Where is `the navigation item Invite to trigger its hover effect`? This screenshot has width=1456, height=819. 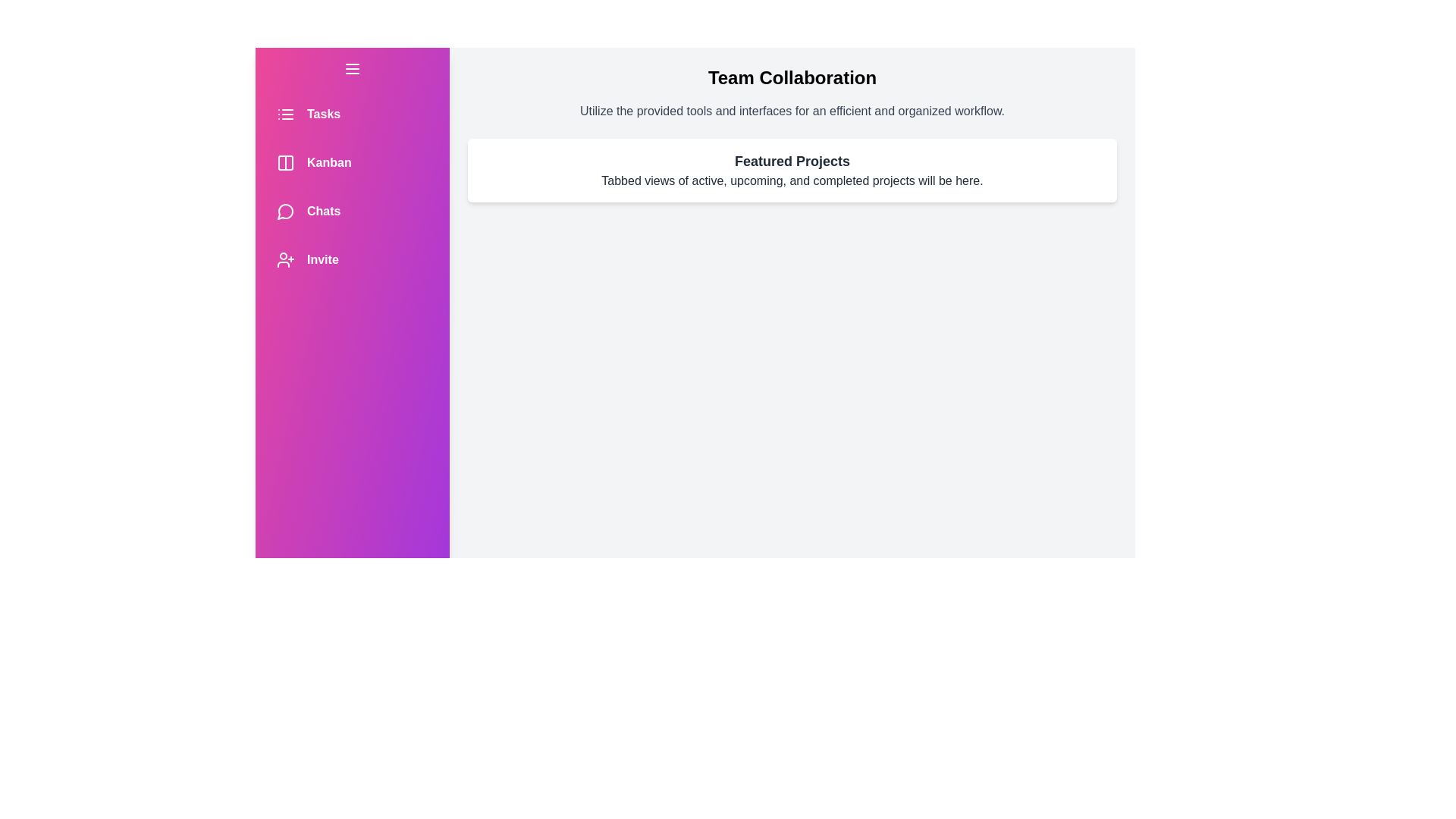
the navigation item Invite to trigger its hover effect is located at coordinates (352, 259).